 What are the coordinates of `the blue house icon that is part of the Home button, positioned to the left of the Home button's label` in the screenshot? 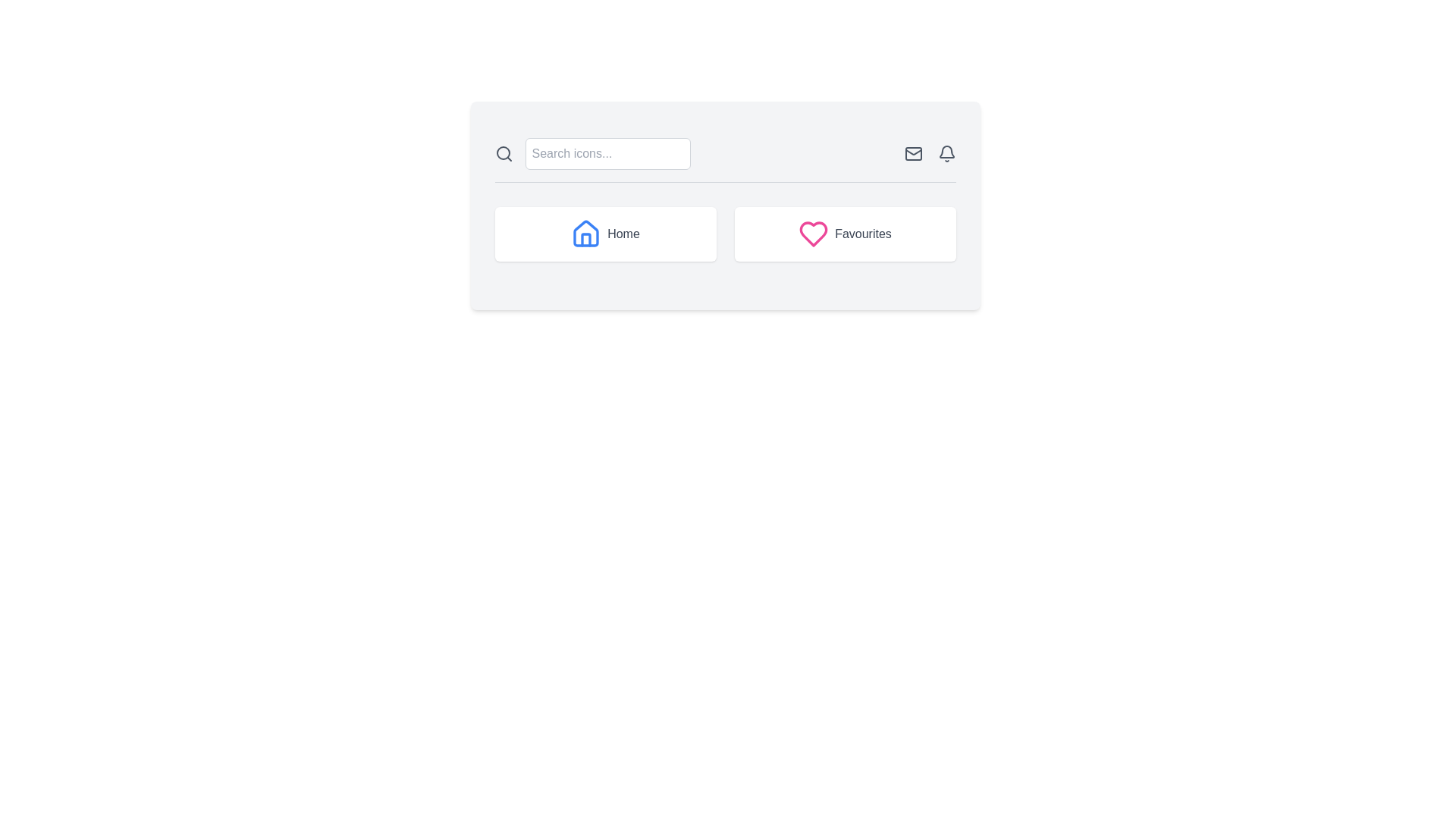 It's located at (585, 234).